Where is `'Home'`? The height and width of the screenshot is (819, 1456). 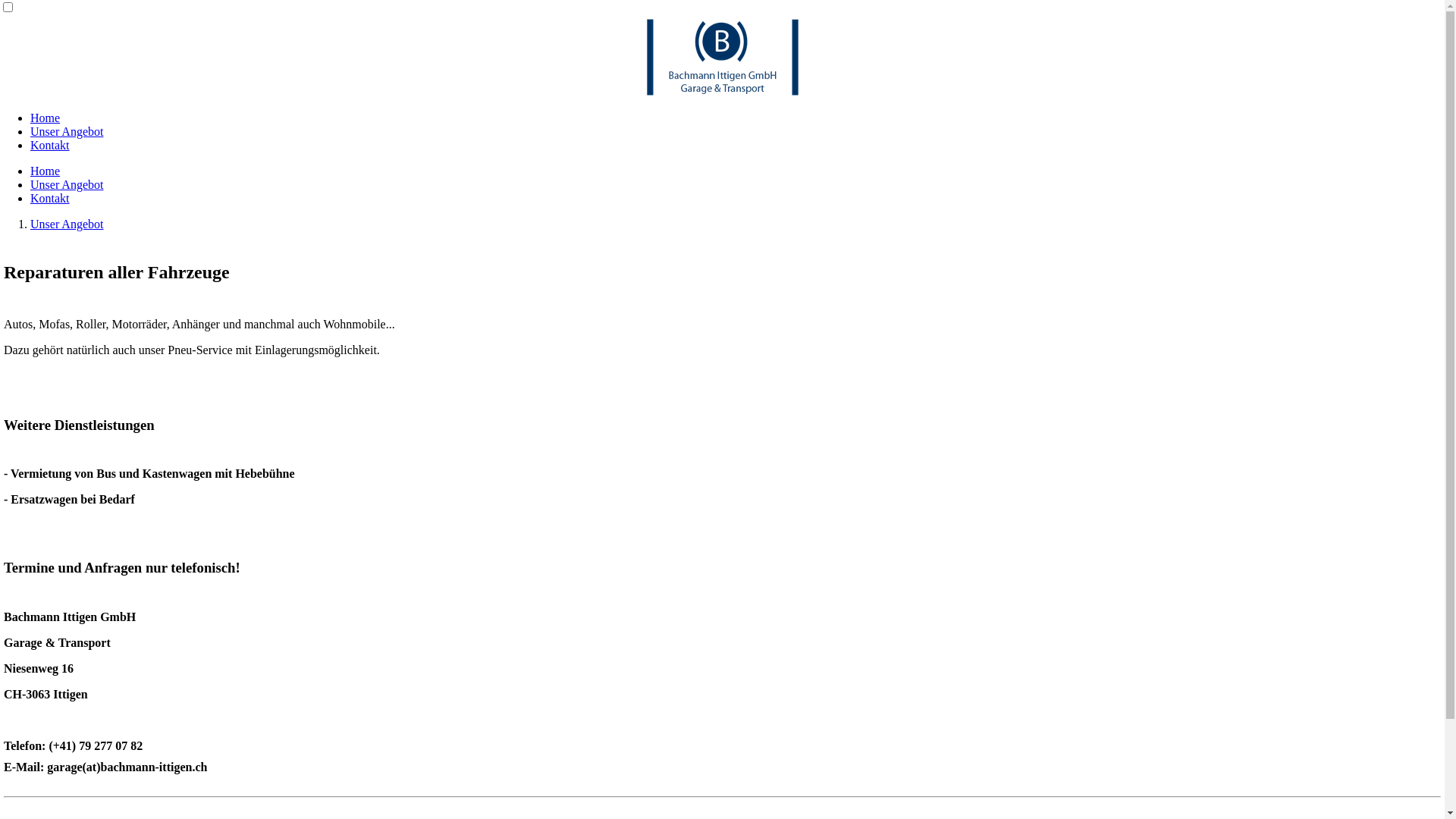
'Home' is located at coordinates (45, 171).